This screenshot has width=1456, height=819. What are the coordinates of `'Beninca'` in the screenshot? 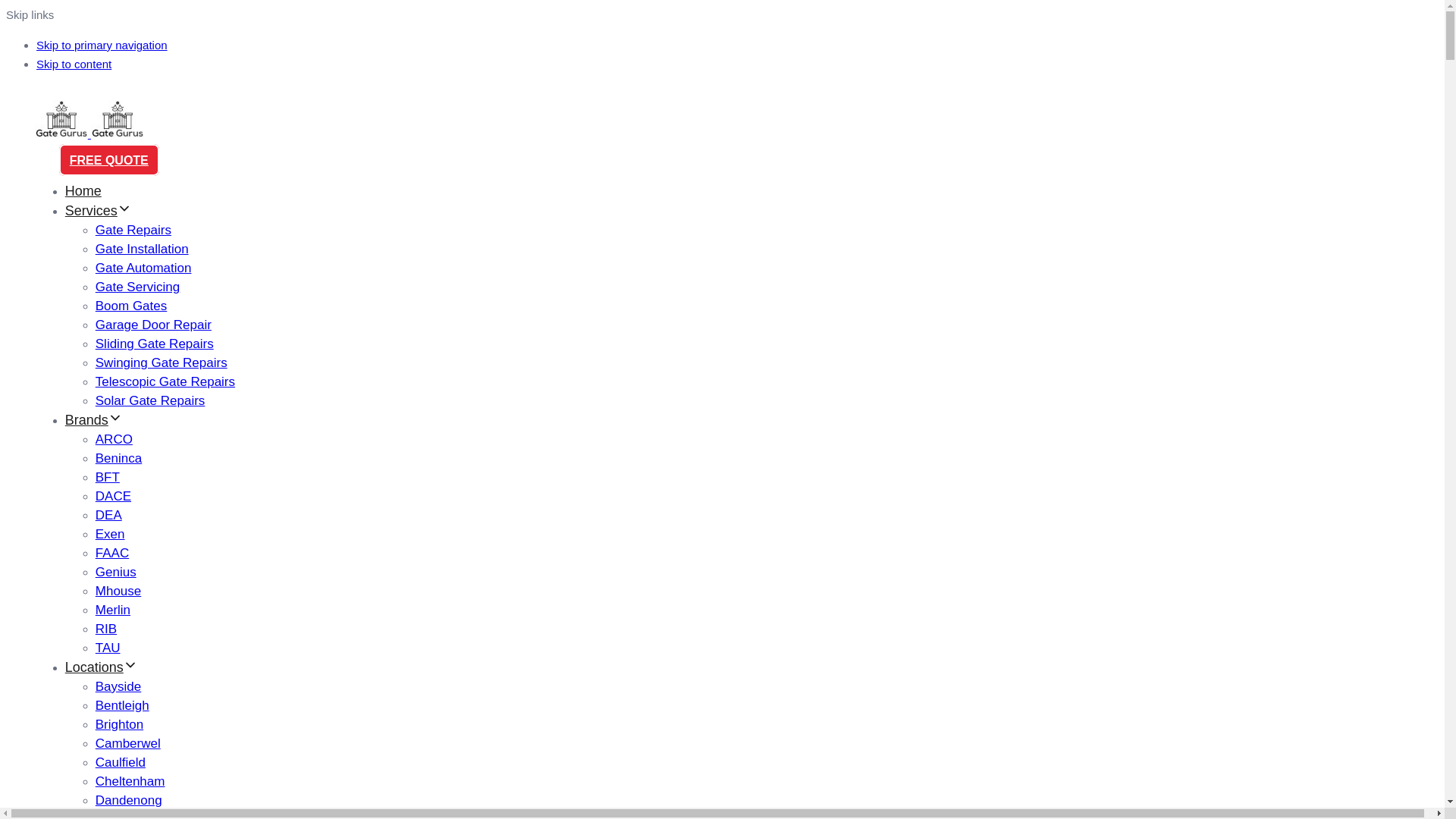 It's located at (94, 457).